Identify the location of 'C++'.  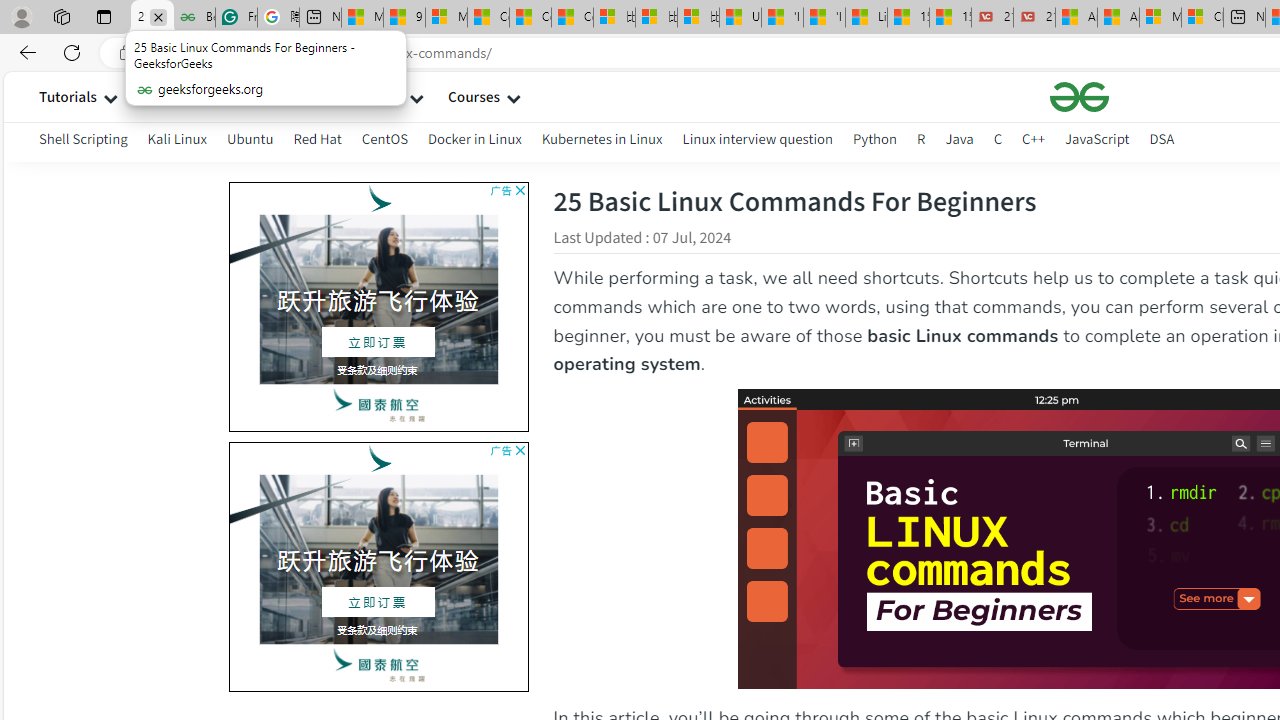
(1034, 138).